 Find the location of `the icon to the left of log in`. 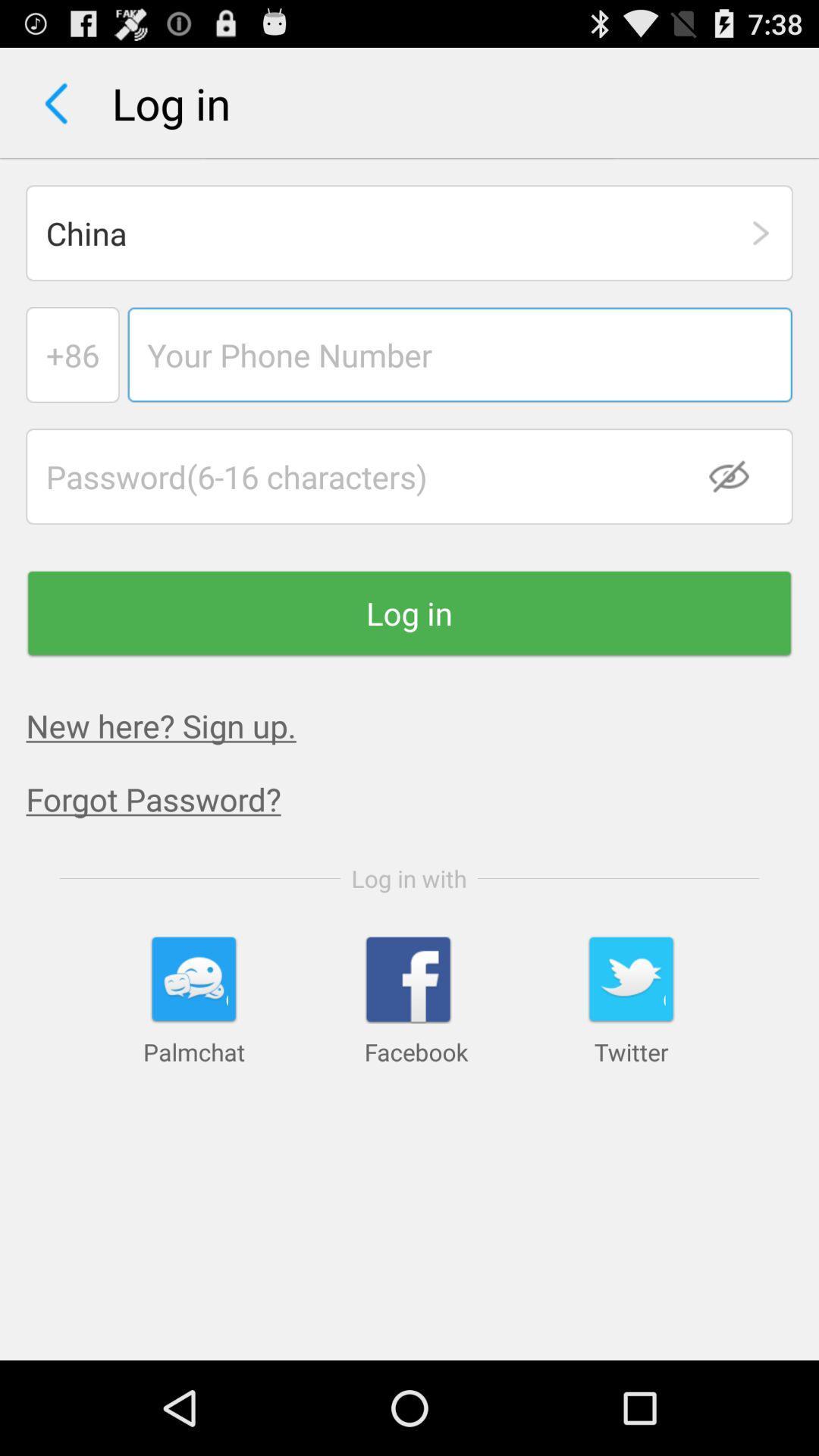

the icon to the left of log in is located at coordinates (55, 102).